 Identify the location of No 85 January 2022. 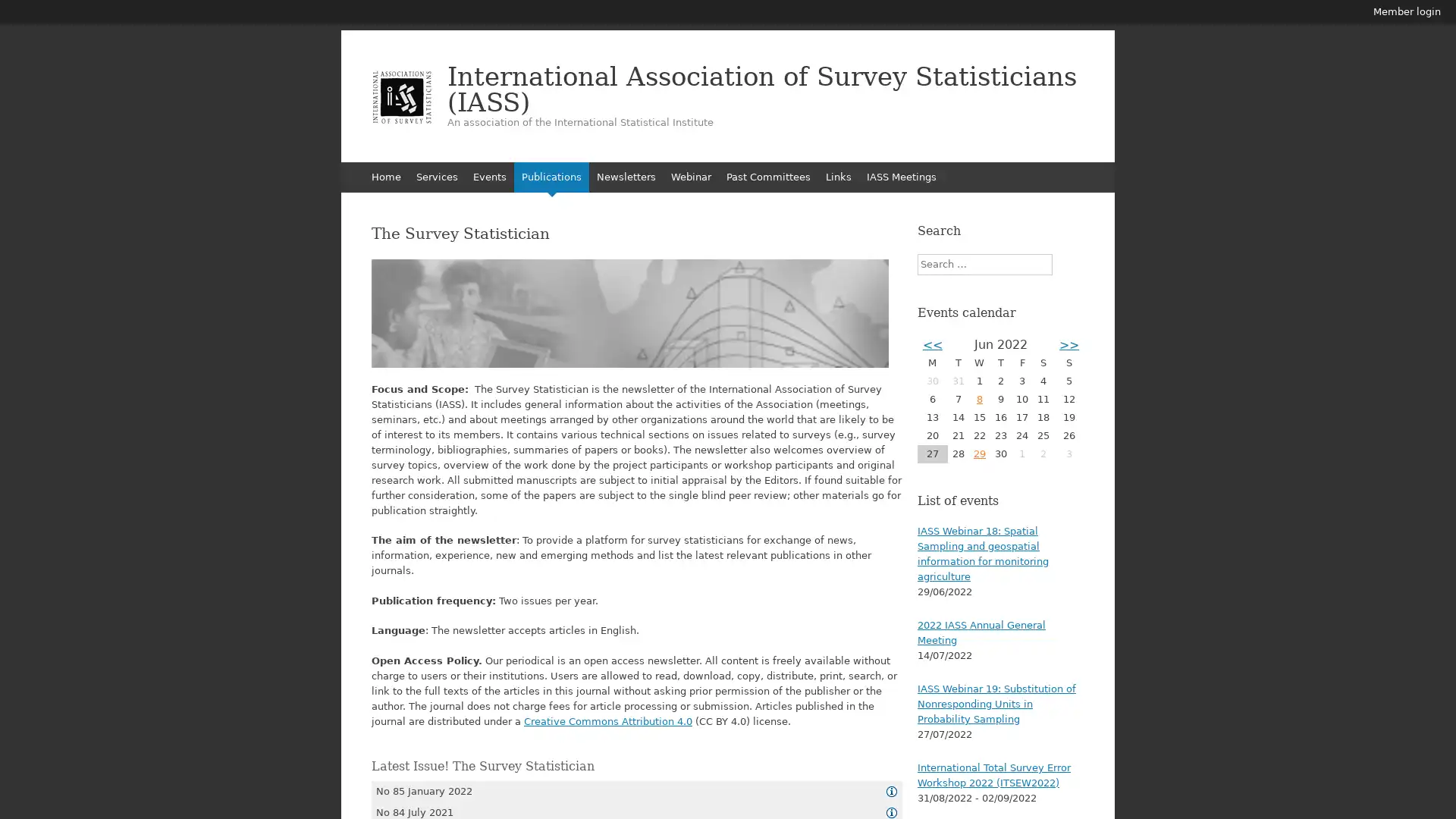
(637, 789).